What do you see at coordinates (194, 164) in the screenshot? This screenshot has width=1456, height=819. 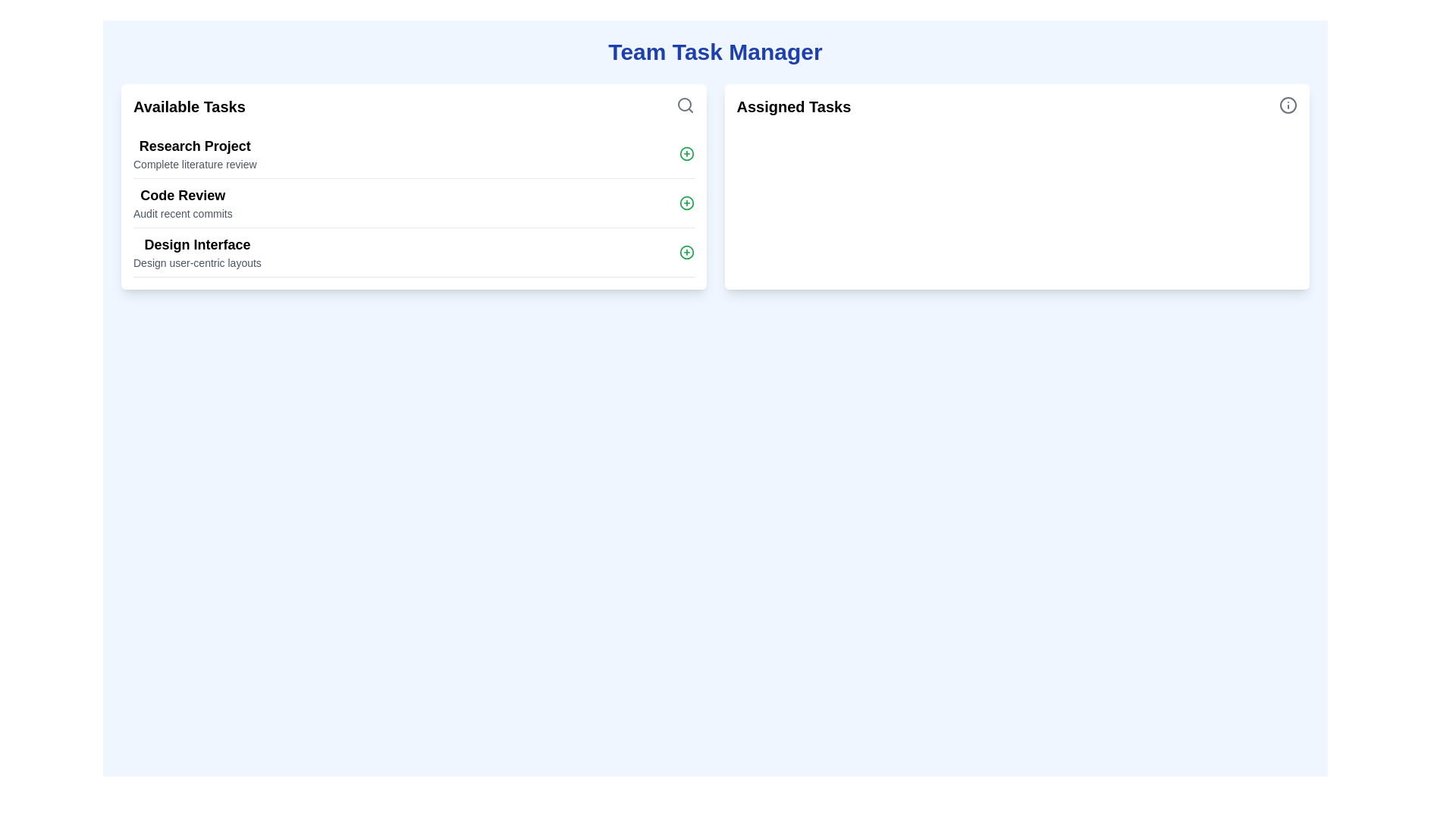 I see `the text label reading 'Complete literature review' located under the 'Research Project' heading in the 'Available Tasks' section of the left panel` at bounding box center [194, 164].